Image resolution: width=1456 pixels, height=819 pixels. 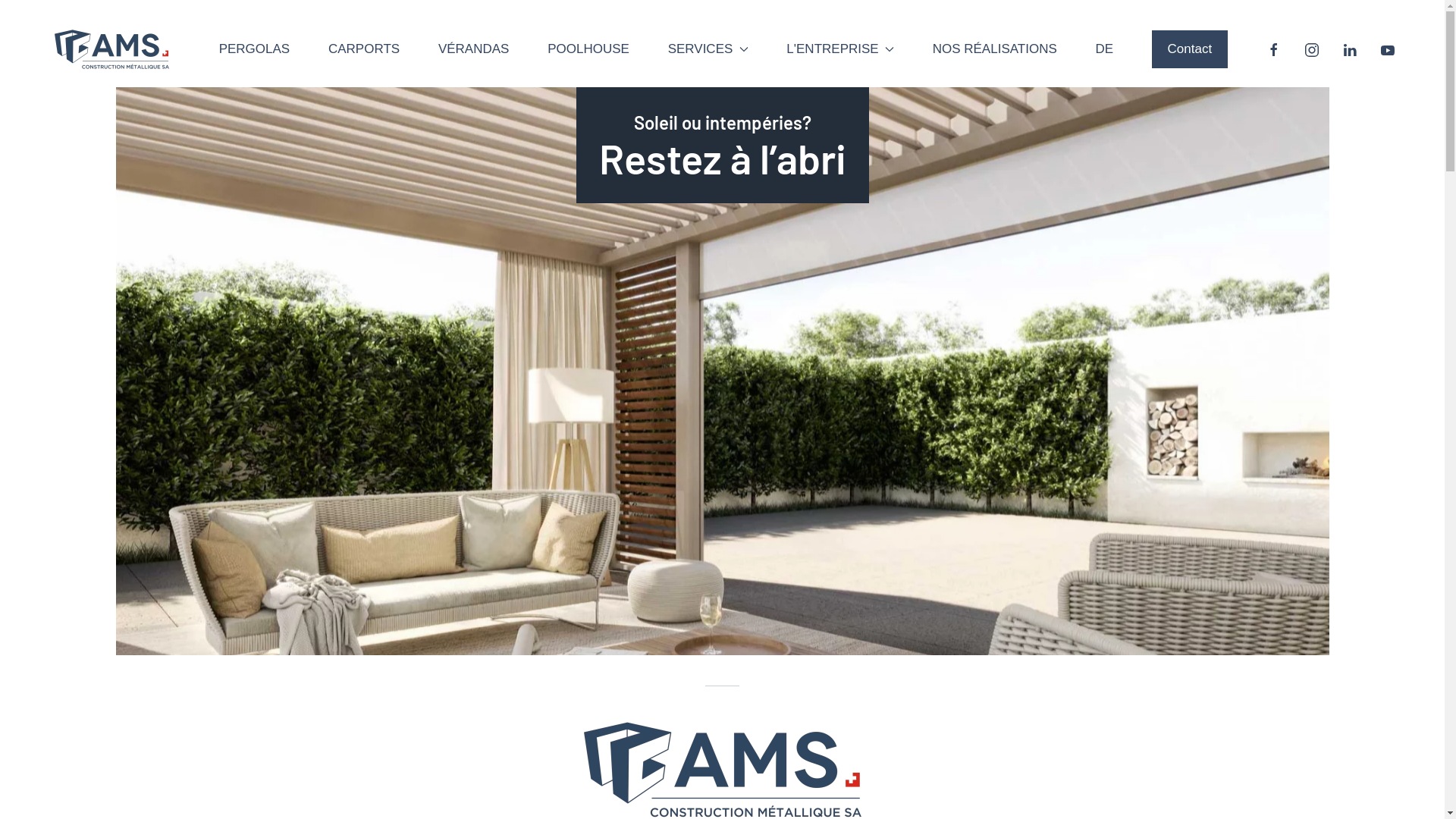 I want to click on 'CARPORTS', so click(x=364, y=49).